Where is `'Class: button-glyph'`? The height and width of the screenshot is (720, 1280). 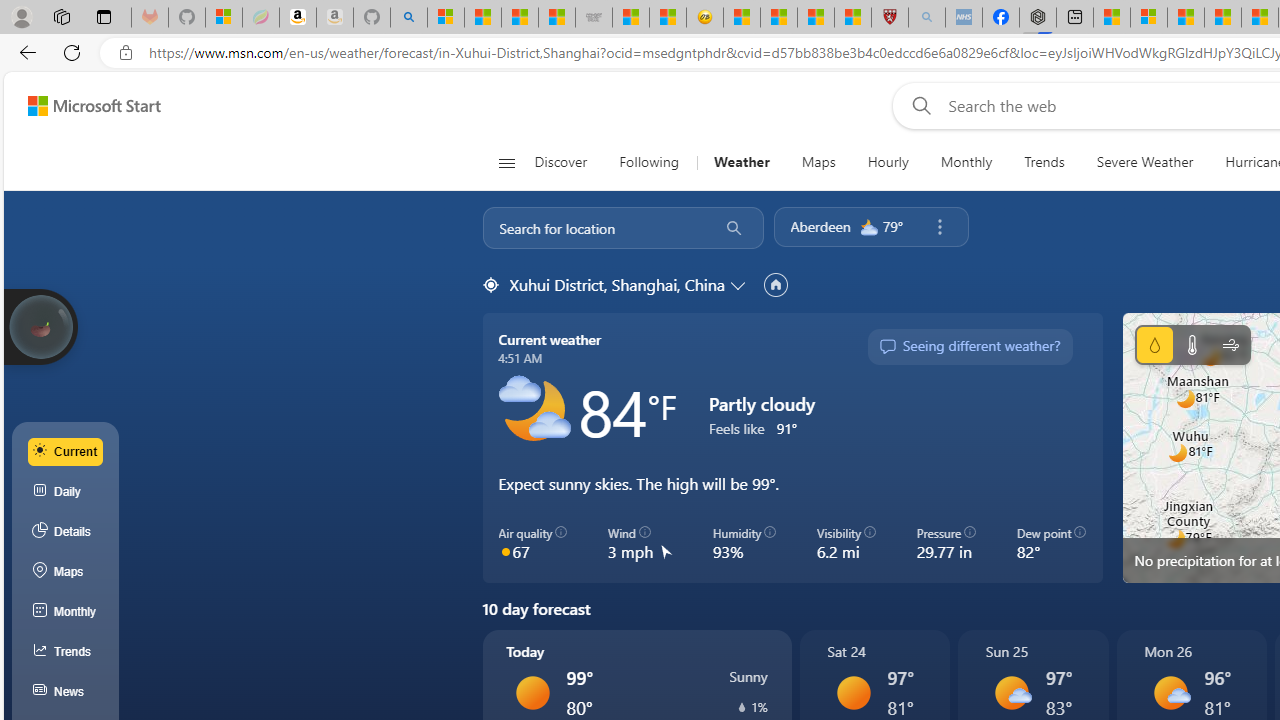 'Class: button-glyph' is located at coordinates (506, 162).